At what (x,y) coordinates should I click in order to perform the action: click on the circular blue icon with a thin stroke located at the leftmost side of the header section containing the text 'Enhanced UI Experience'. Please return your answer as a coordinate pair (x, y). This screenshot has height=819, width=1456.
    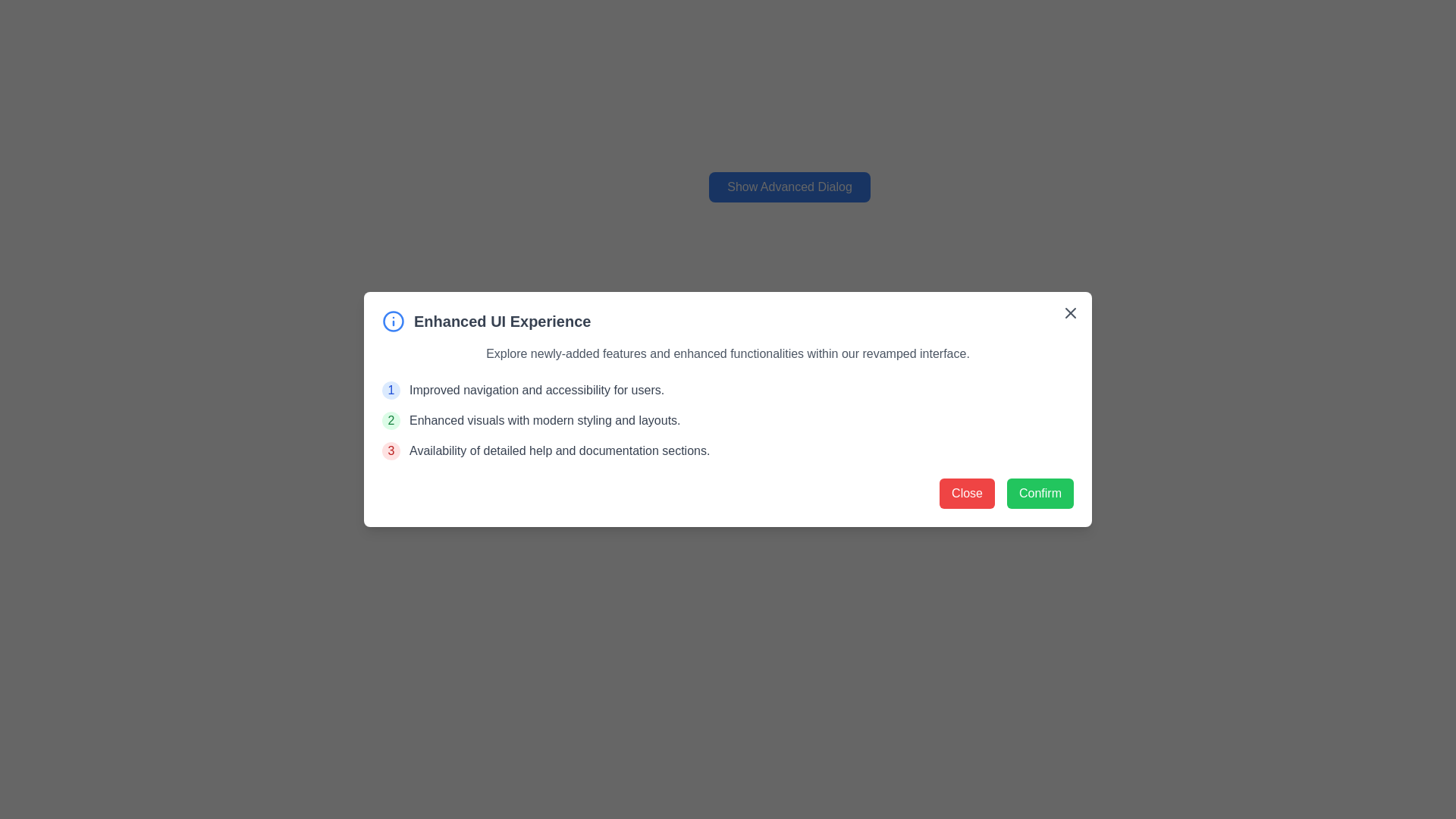
    Looking at the image, I should click on (393, 321).